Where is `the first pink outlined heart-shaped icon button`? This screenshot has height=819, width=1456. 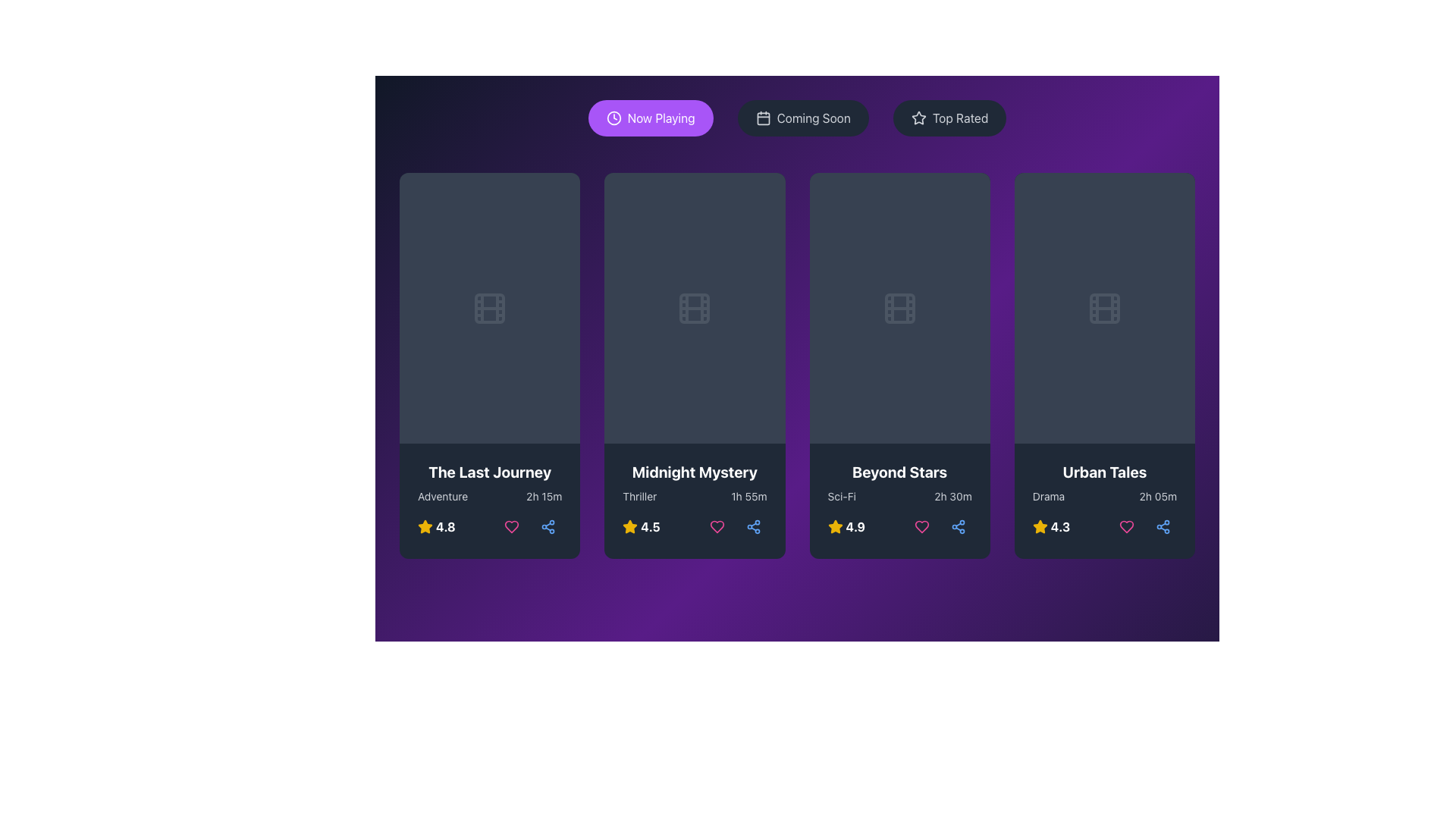
the first pink outlined heart-shaped icon button is located at coordinates (512, 526).